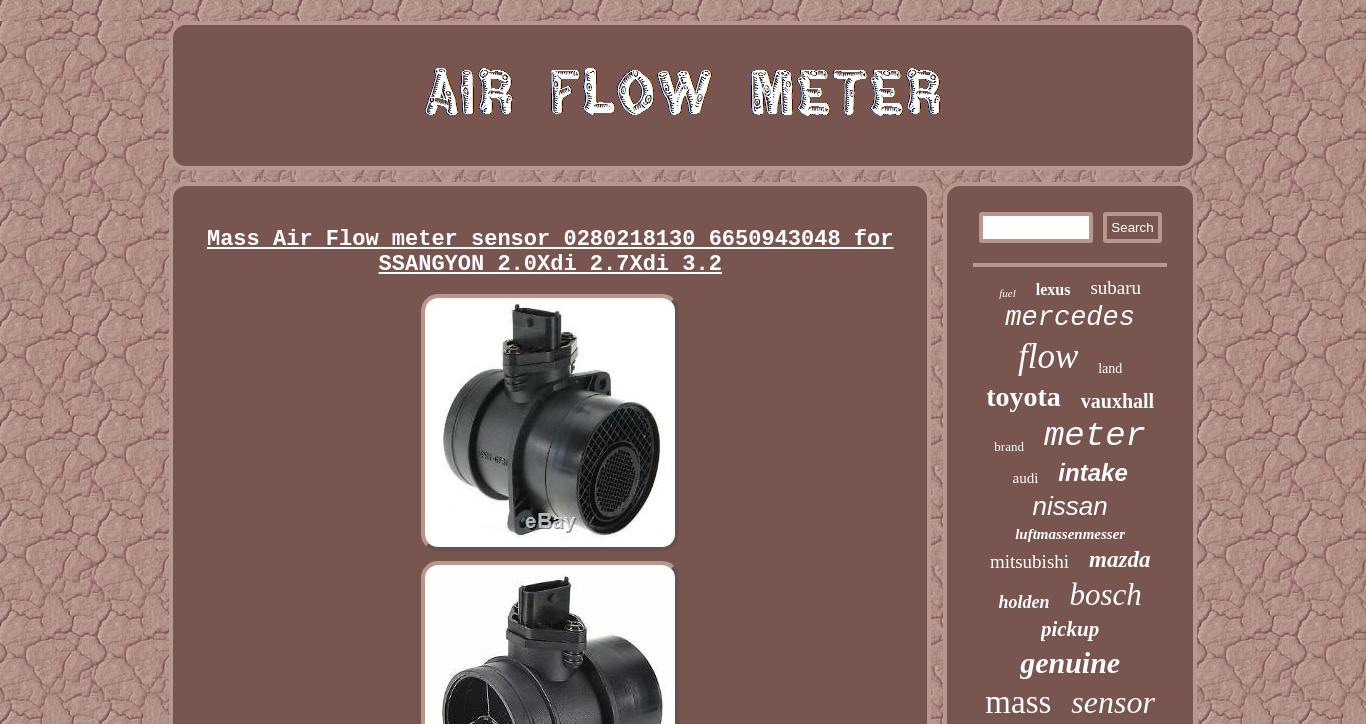 The width and height of the screenshot is (1366, 724). I want to click on 'subaru', so click(1114, 286).